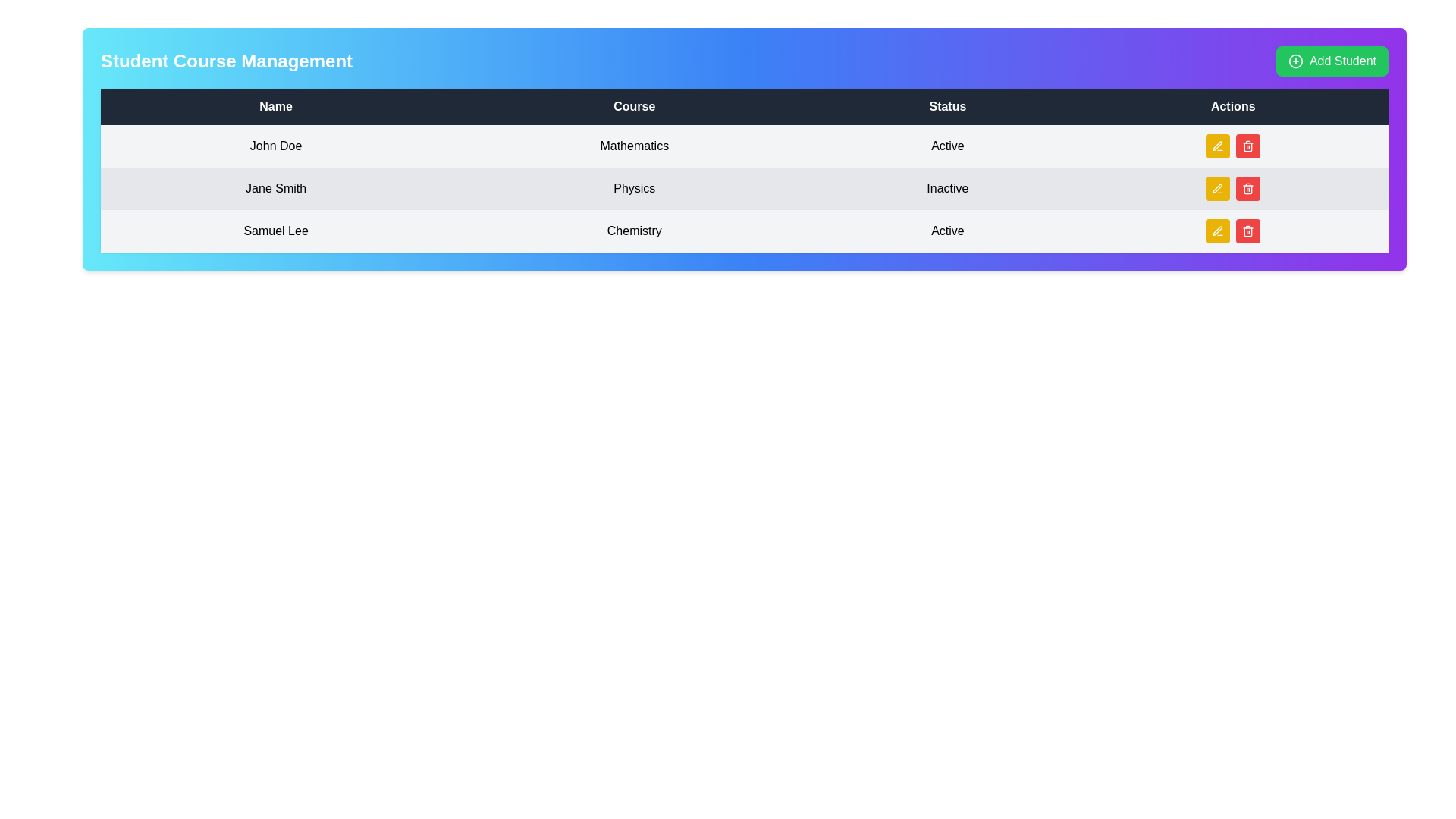 This screenshot has width=1456, height=819. I want to click on the delete button in the Actions column for Jane Smith's record in the Student Course Management interface, located next to the Inactive status, so click(1233, 188).